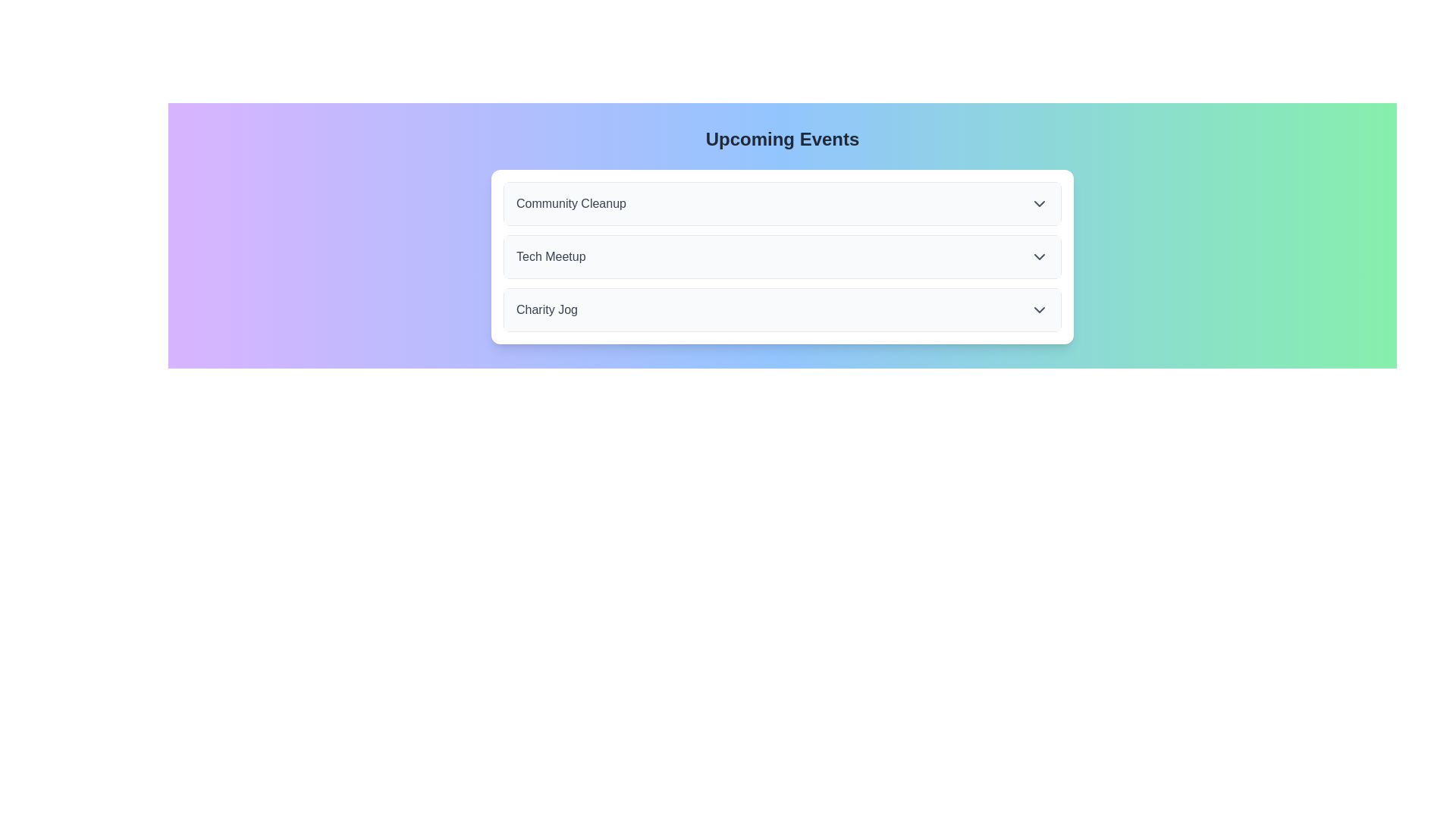  I want to click on the chevron icon located at the far-right of the 'Community Cleanup' header row, so click(1039, 203).